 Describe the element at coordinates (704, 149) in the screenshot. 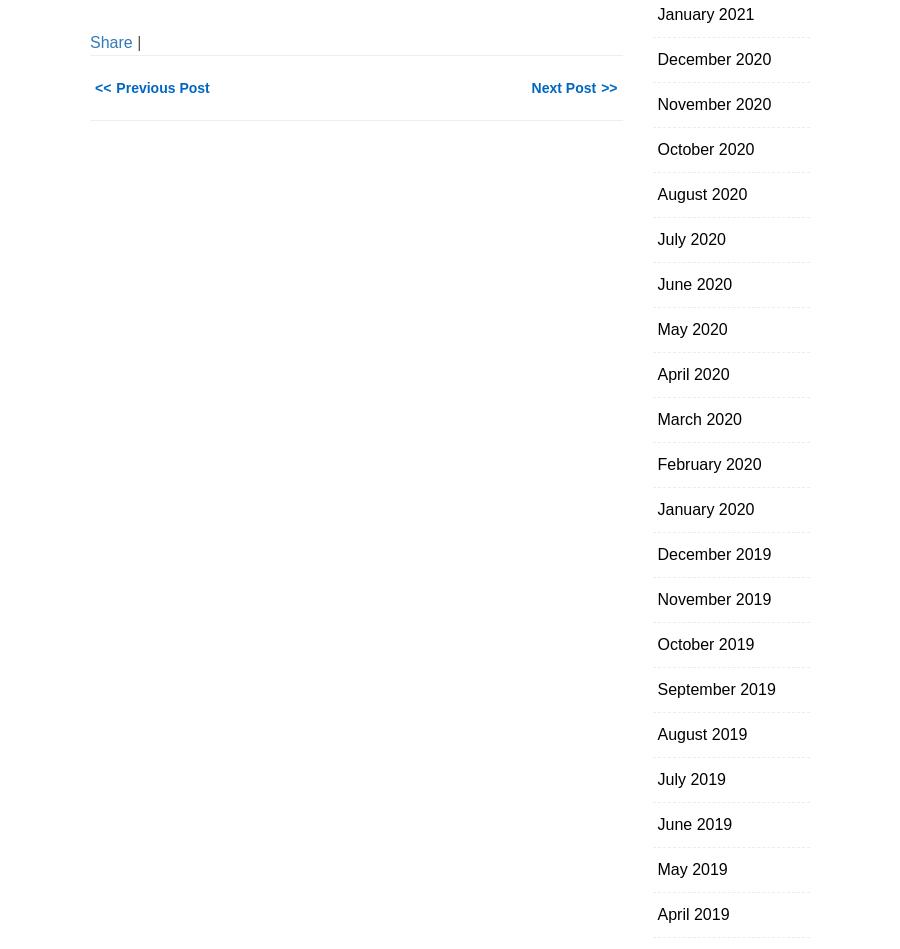

I see `'October 2020'` at that location.